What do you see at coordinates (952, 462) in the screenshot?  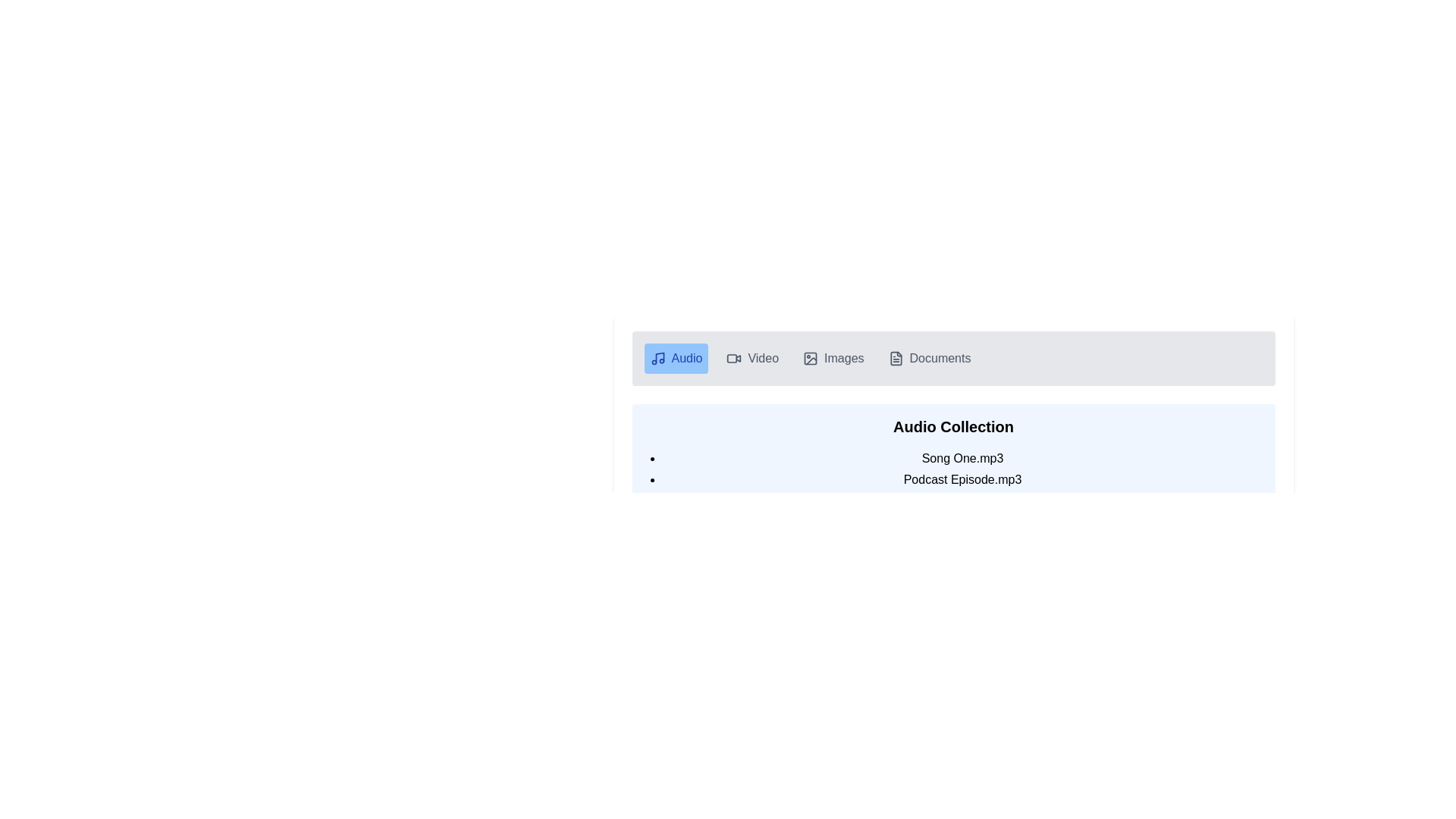 I see `the linked content in the audio files display area, which is identified as the main content section below the navigation menu` at bounding box center [952, 462].